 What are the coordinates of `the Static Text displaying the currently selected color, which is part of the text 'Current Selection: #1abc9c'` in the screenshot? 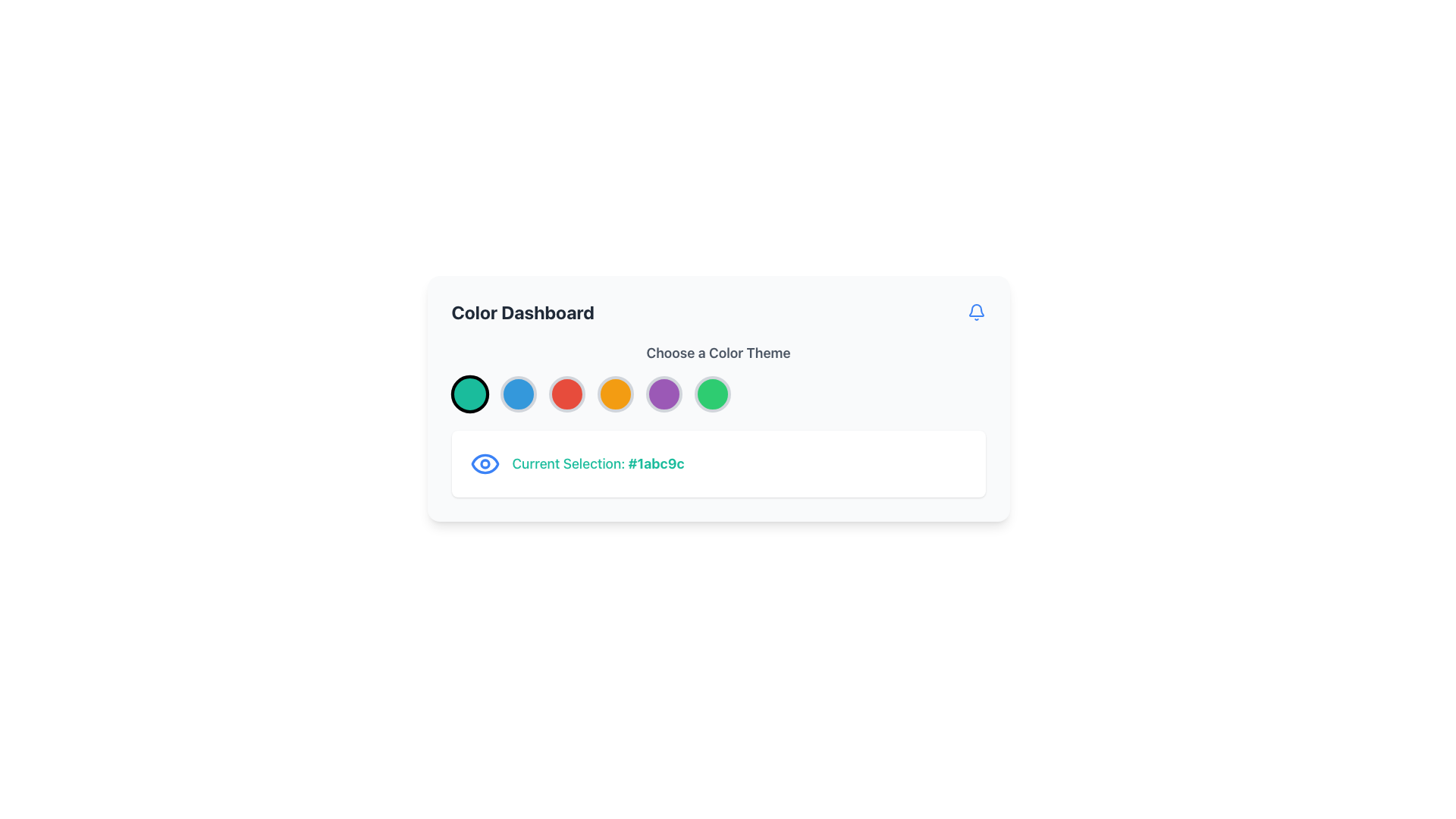 It's located at (656, 463).